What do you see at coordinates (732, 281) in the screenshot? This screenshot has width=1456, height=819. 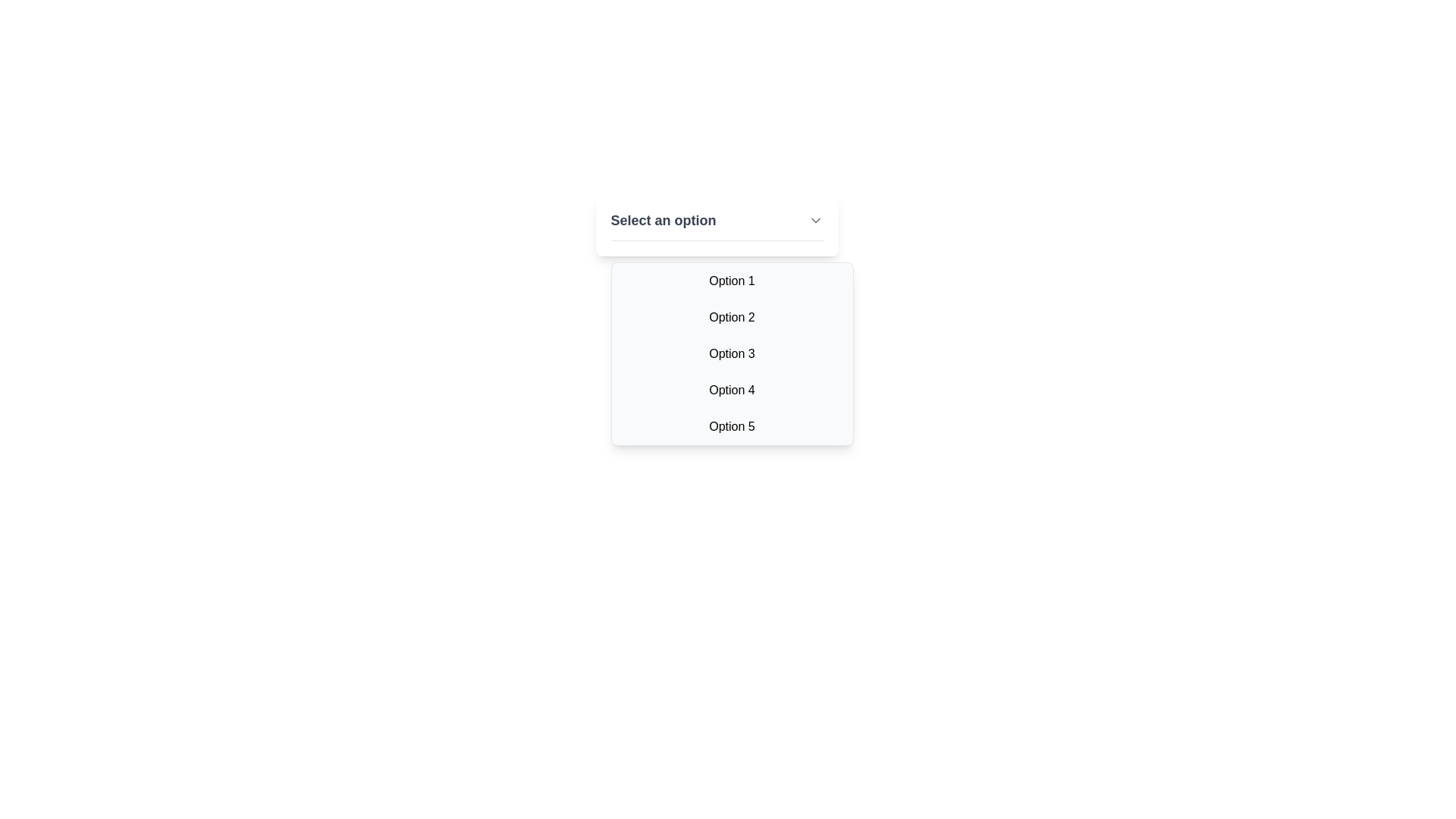 I see `the first option in the dropdown menu labeled 'Option 1', which is styled to change background color to blue and text color to white when hovered over` at bounding box center [732, 281].